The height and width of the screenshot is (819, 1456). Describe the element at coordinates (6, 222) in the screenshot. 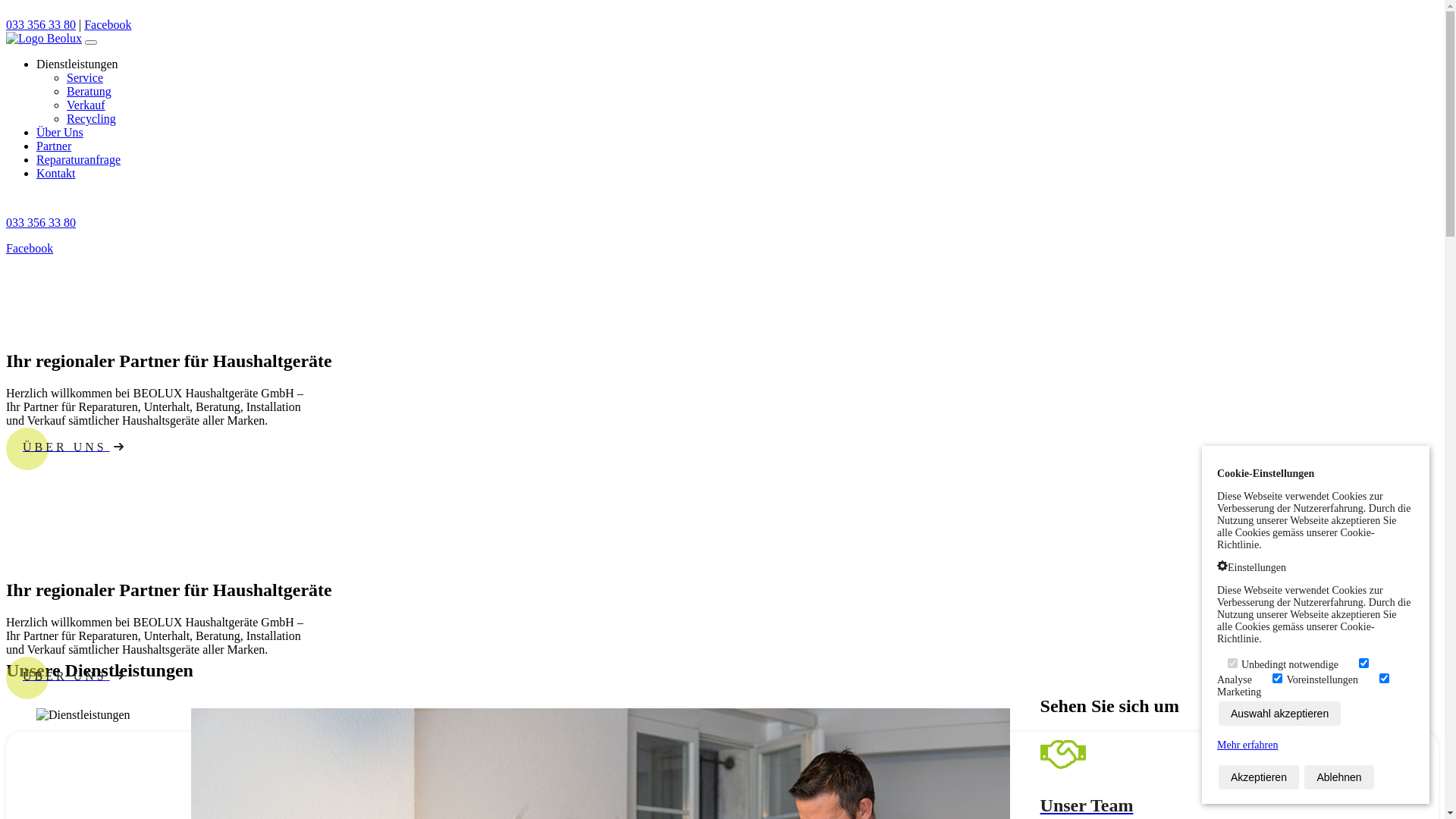

I see `'033 356 33 80'` at that location.